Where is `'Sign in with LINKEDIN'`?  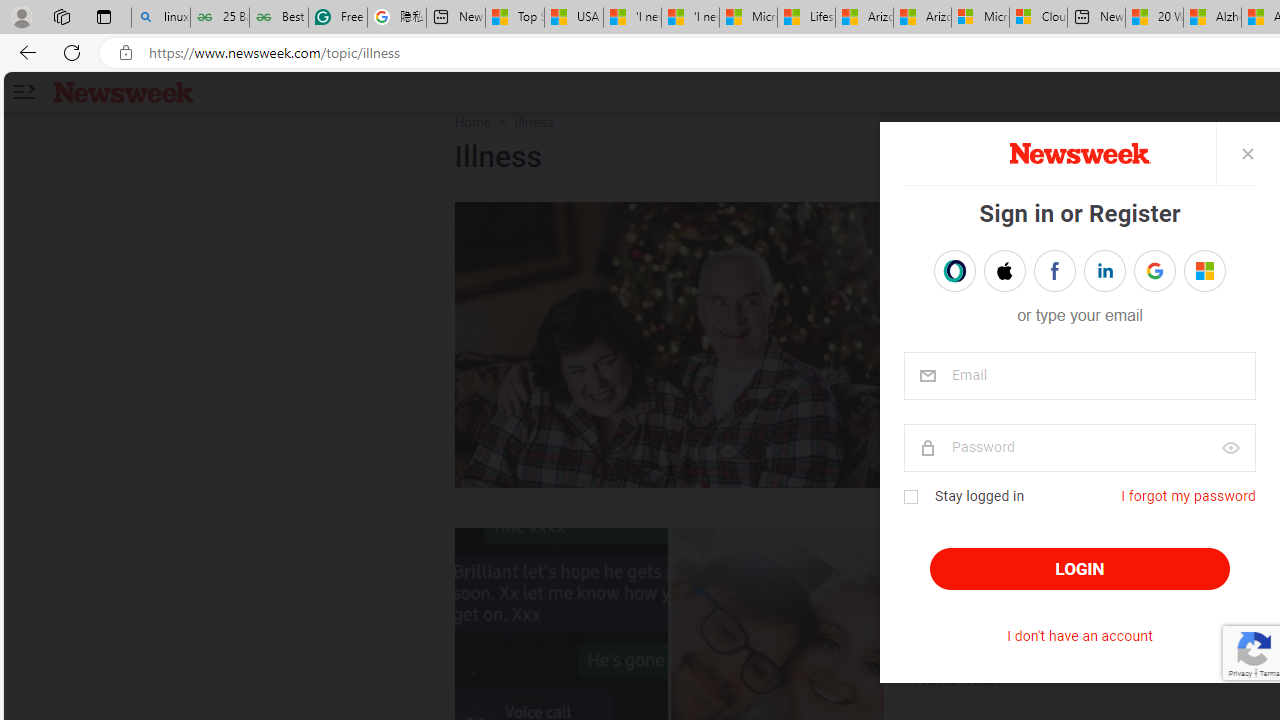 'Sign in with LINKEDIN' is located at coordinates (1103, 271).